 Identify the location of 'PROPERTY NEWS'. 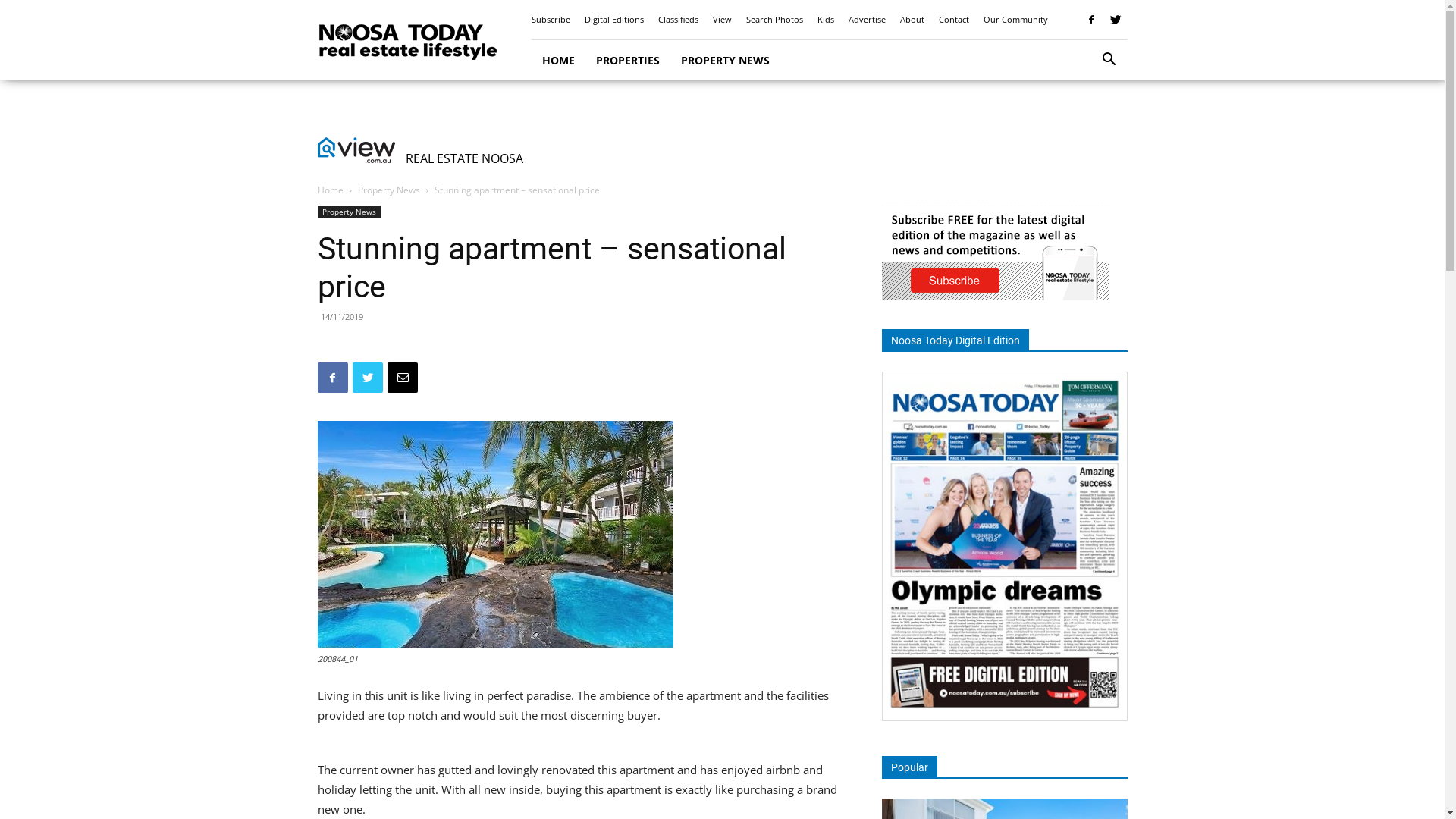
(724, 59).